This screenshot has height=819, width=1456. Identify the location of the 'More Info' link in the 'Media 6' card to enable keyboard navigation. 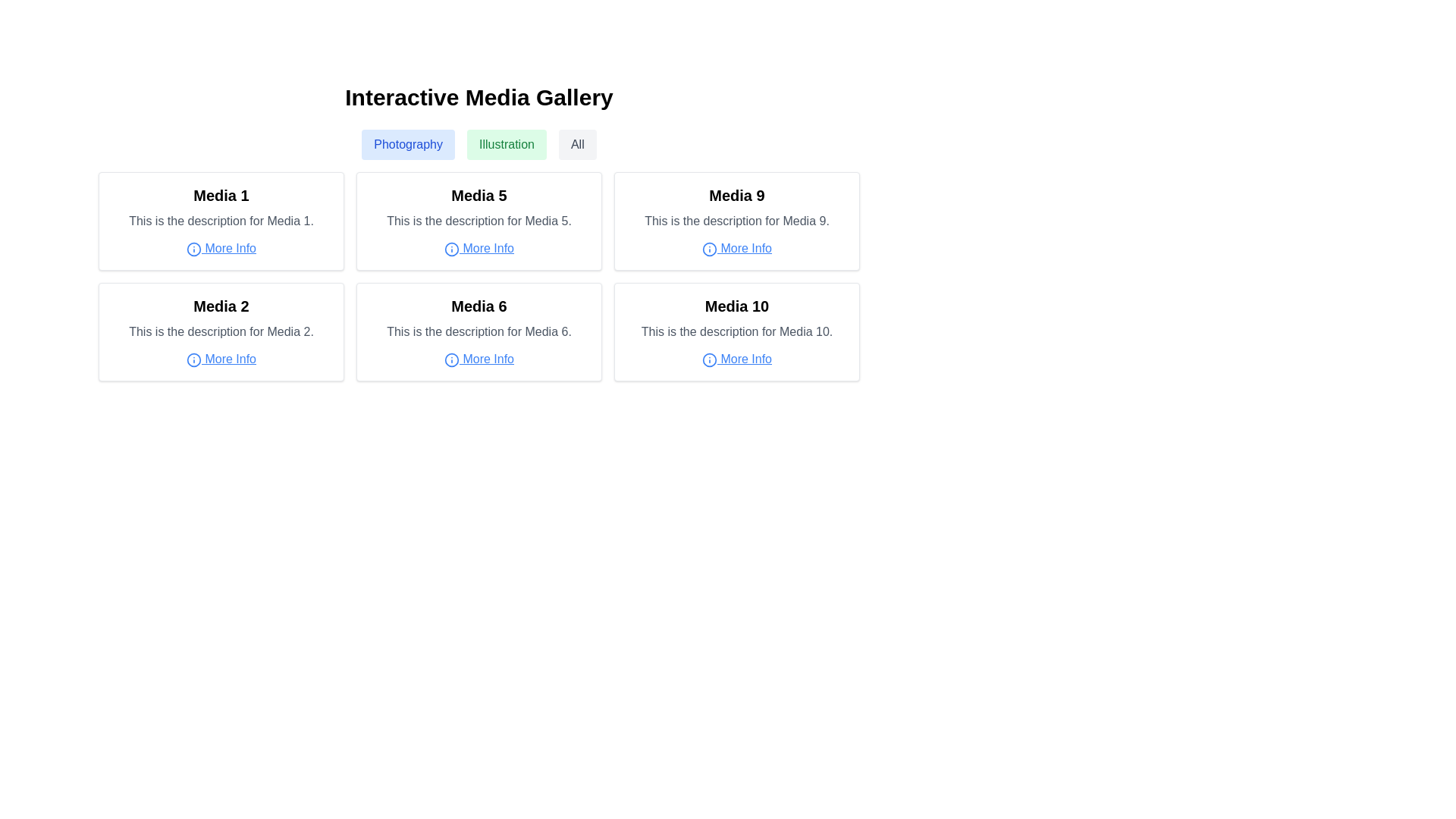
(479, 331).